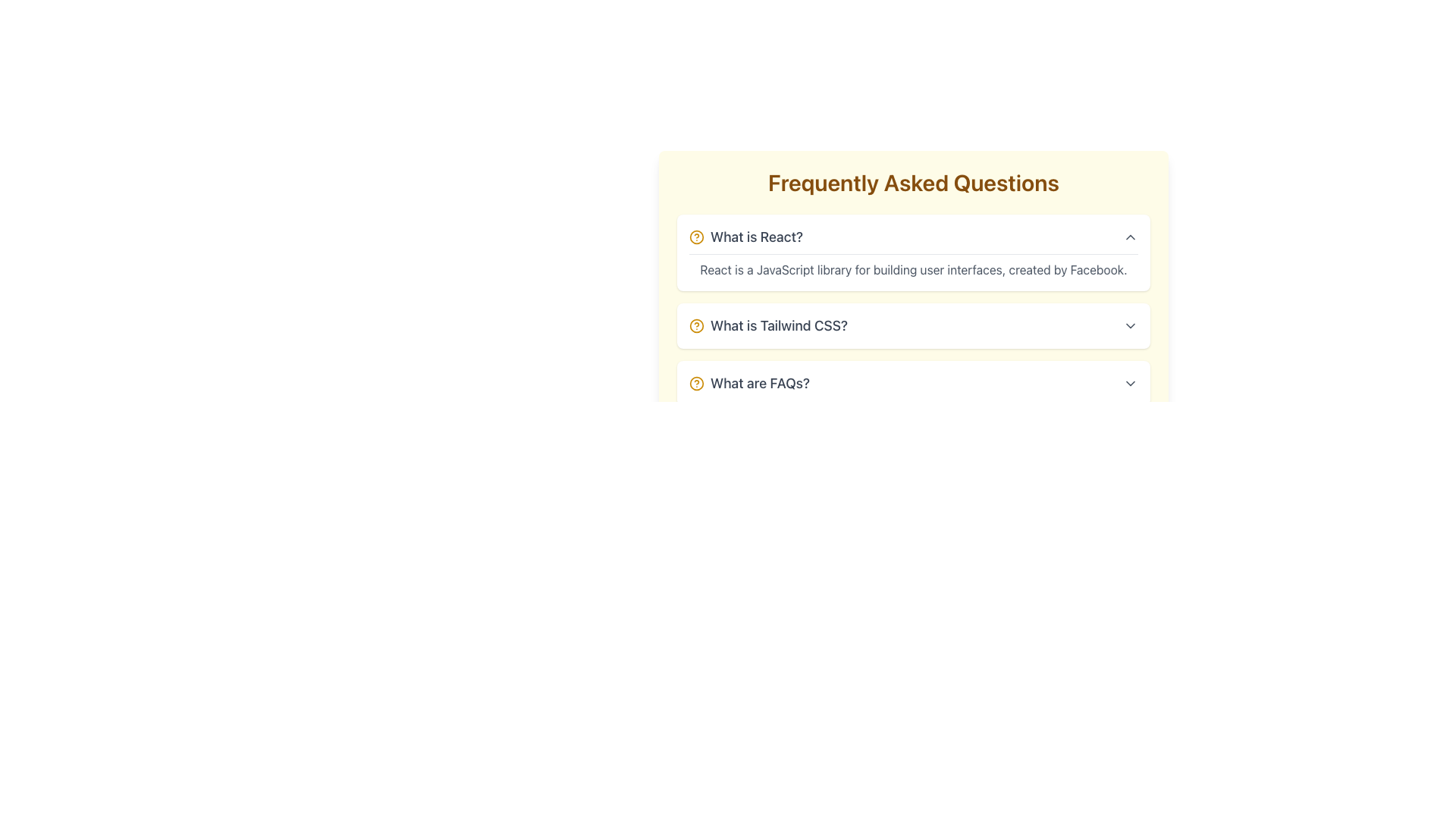 The width and height of the screenshot is (1456, 819). Describe the element at coordinates (749, 382) in the screenshot. I see `the circular help indicator icon of the Interactive Text with Icon element labeled 'What are FAQs?'` at that location.